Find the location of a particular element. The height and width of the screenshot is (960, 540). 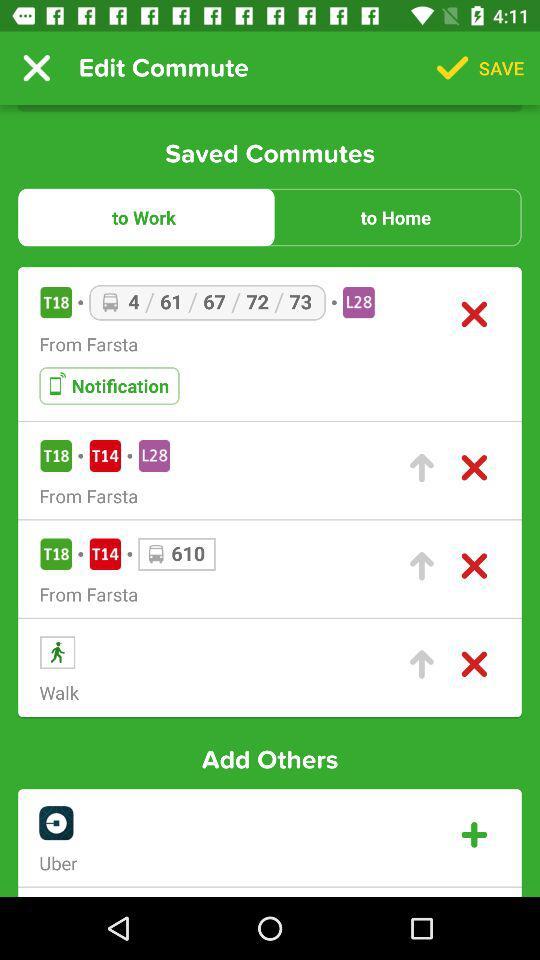

change commute importance is located at coordinates (420, 664).